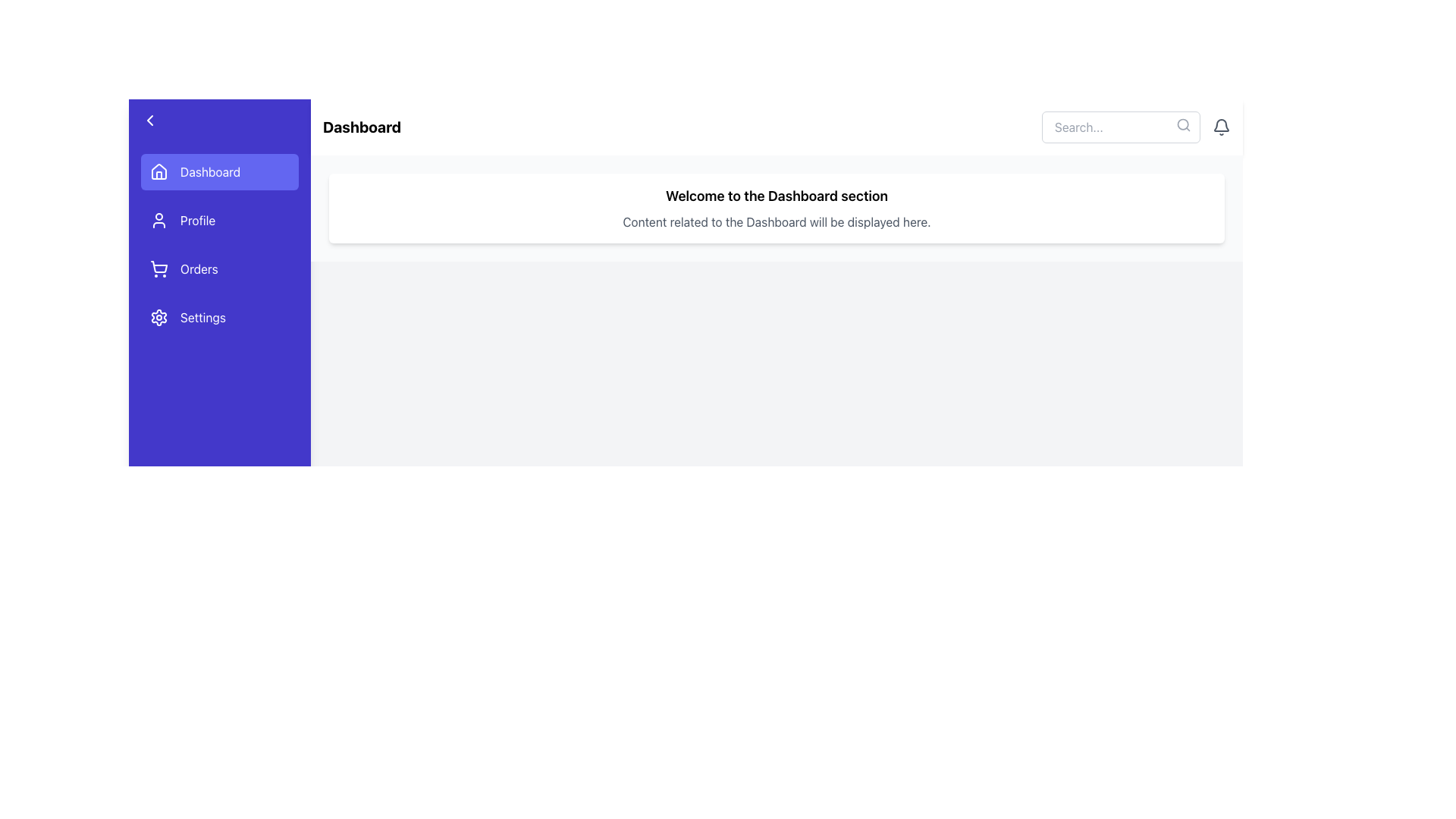 The width and height of the screenshot is (1456, 819). I want to click on the left-pointing chevron icon located in the top section of the vertical menu bar on the left-hand side, so click(149, 119).